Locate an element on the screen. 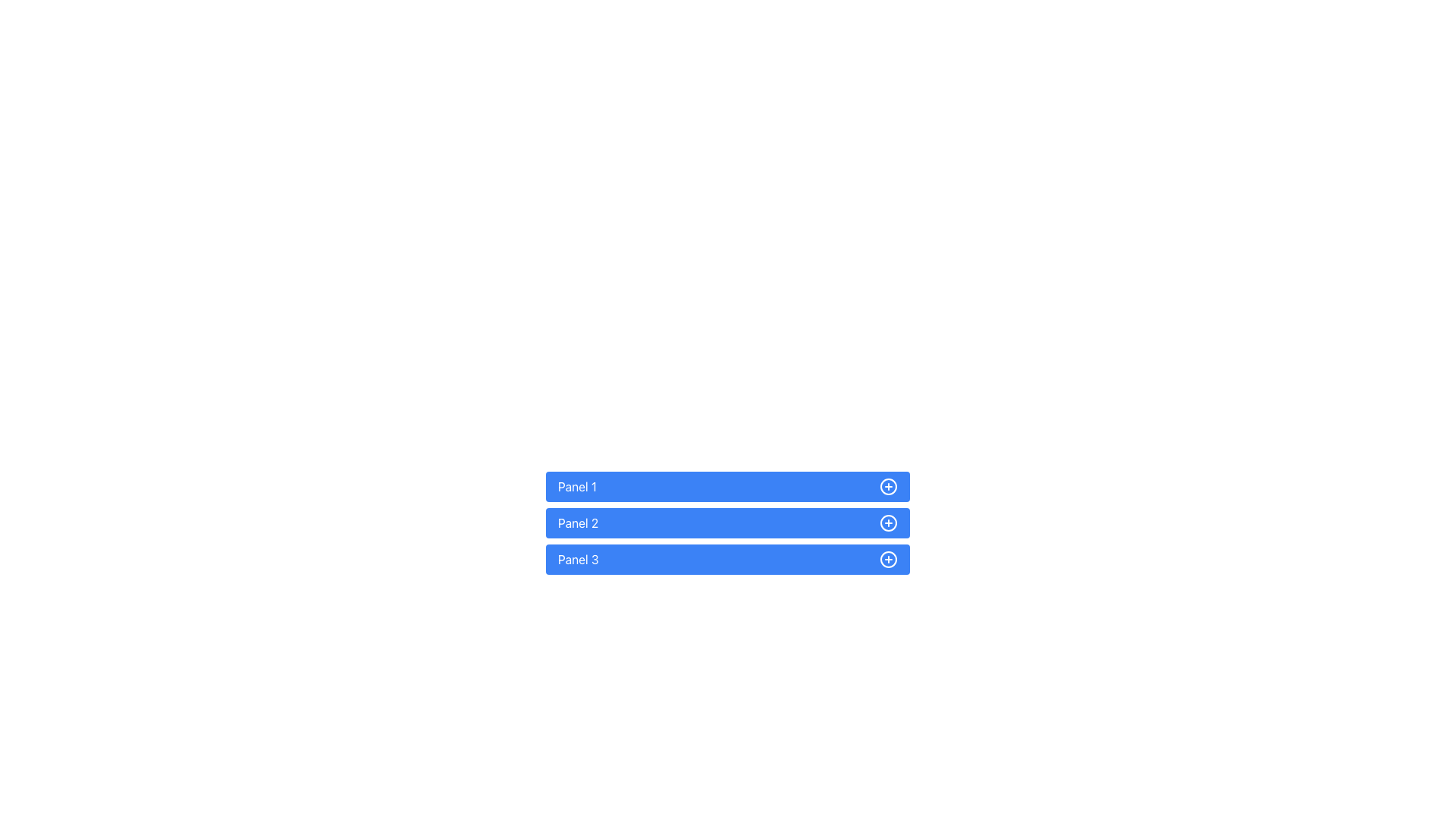 The image size is (1456, 819). the second icon button located to the right of the text 'Panel 2' is located at coordinates (888, 522).